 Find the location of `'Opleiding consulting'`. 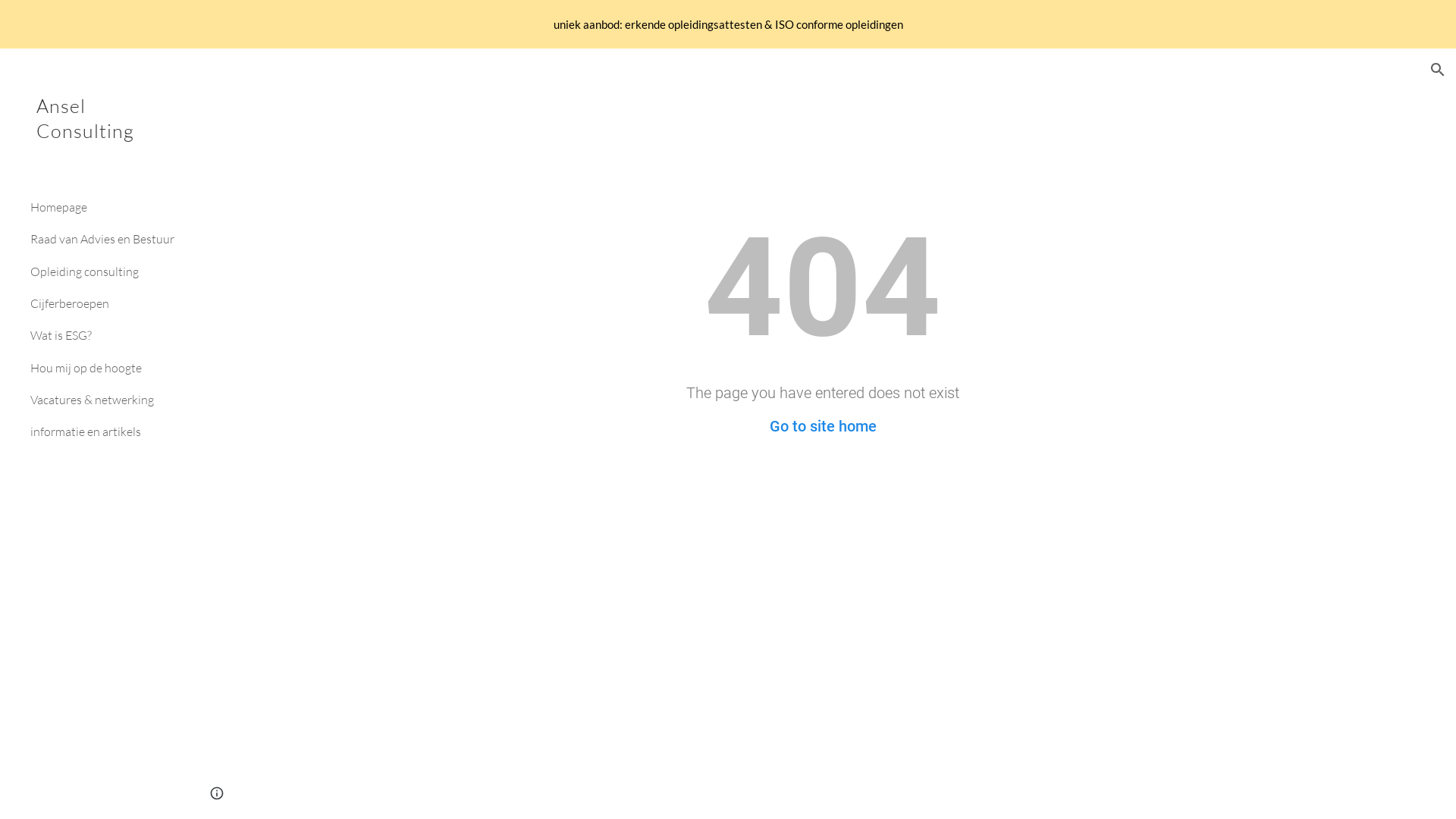

'Opleiding consulting' is located at coordinates (103, 271).